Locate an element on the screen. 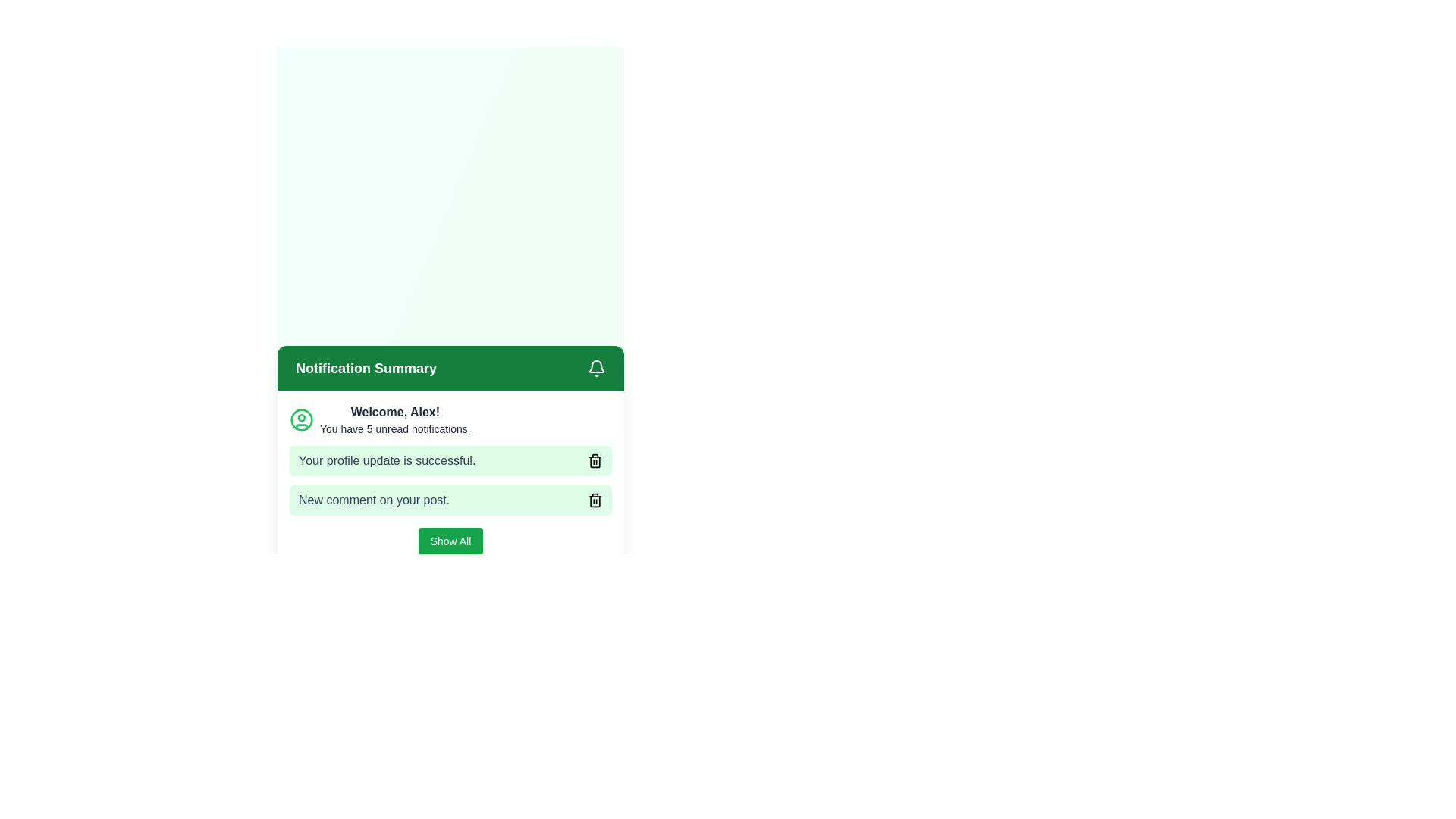 This screenshot has width=1456, height=819. the text label displaying 'Your profile update is successful.' which is located in a green-tinted box below the 'Welcome, Alex!' section in the notification area is located at coordinates (387, 460).